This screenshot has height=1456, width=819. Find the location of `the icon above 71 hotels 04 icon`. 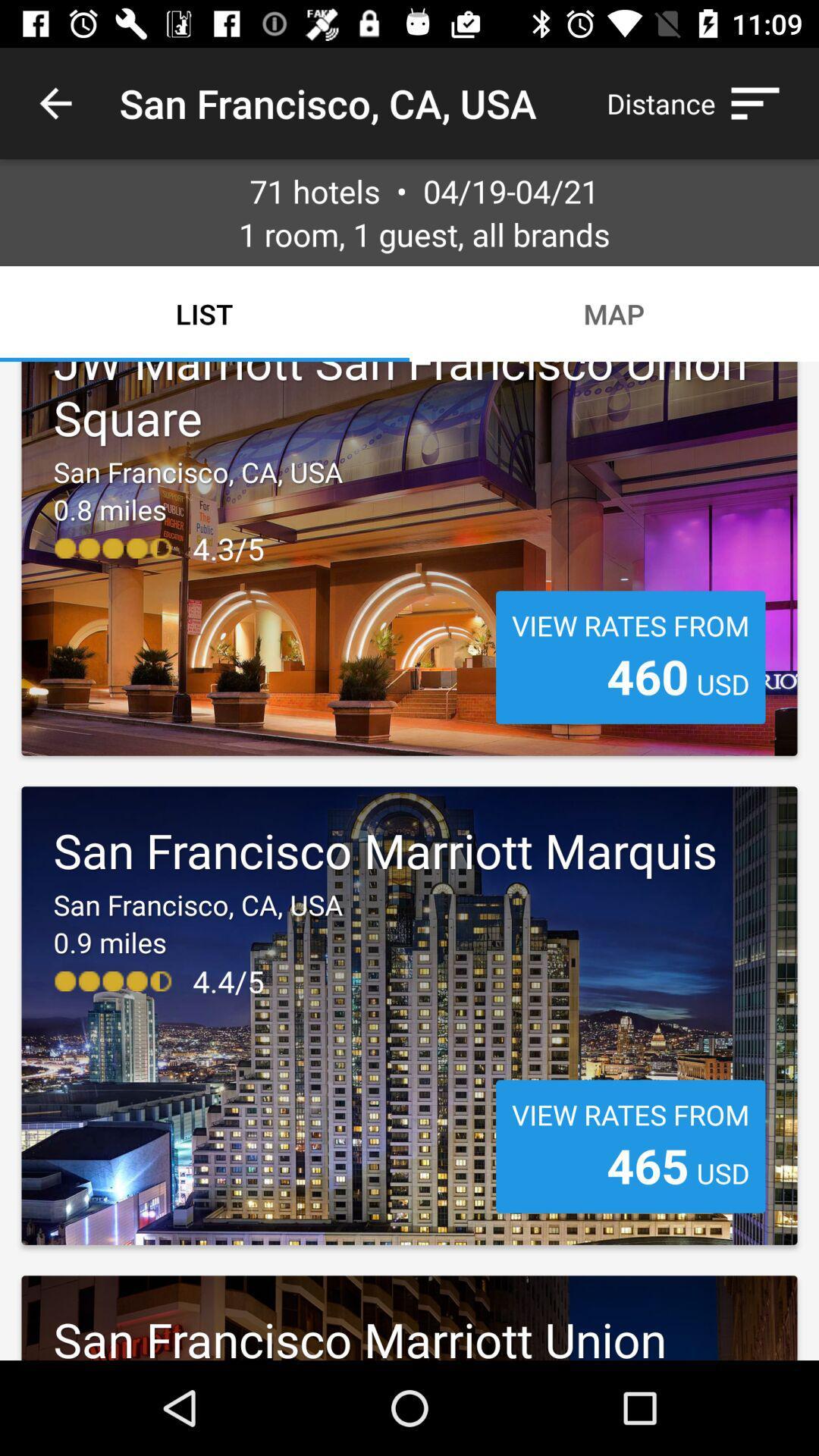

the icon above 71 hotels 04 icon is located at coordinates (701, 102).